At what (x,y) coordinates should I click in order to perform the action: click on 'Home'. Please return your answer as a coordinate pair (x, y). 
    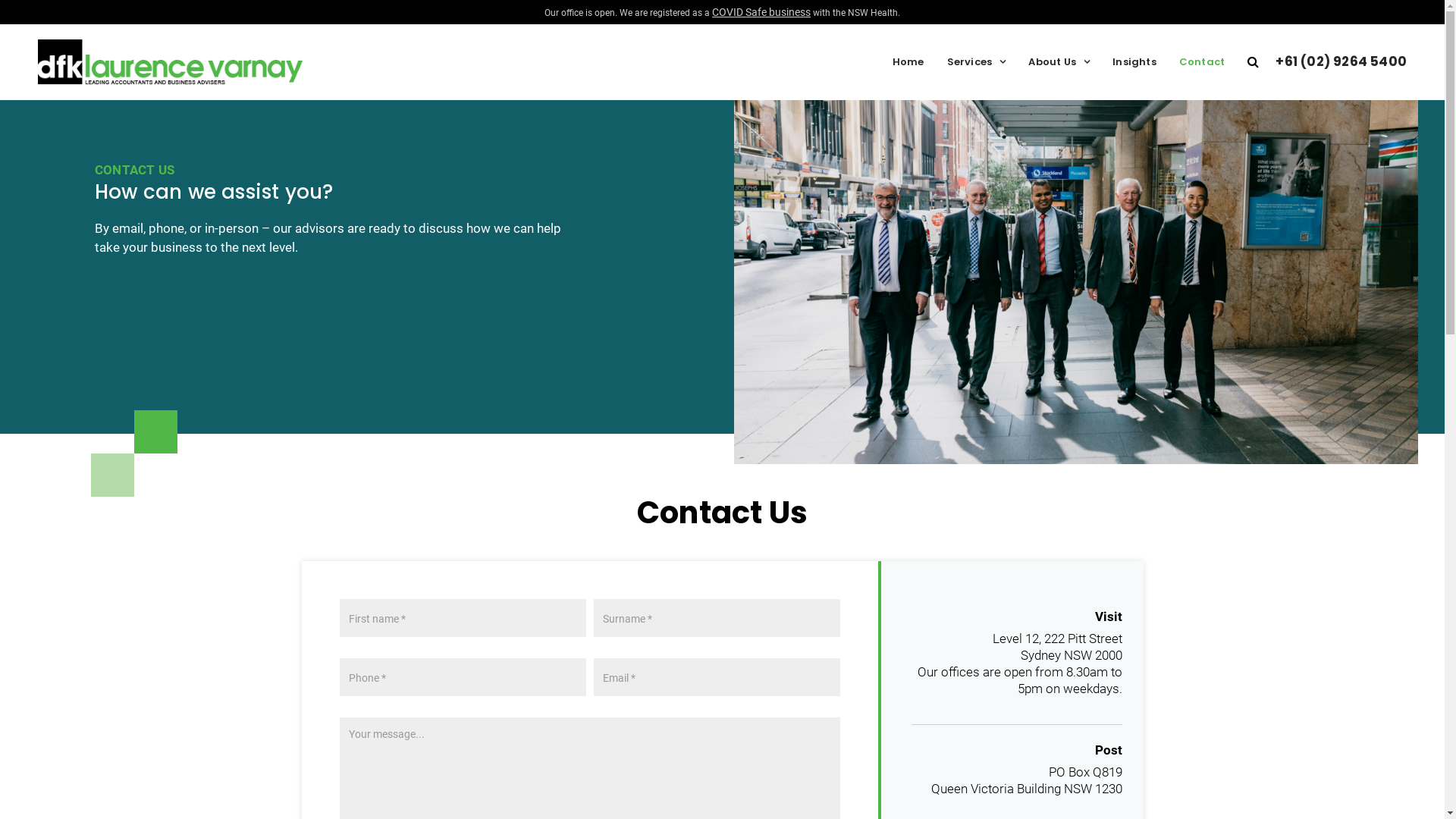
    Looking at the image, I should click on (908, 61).